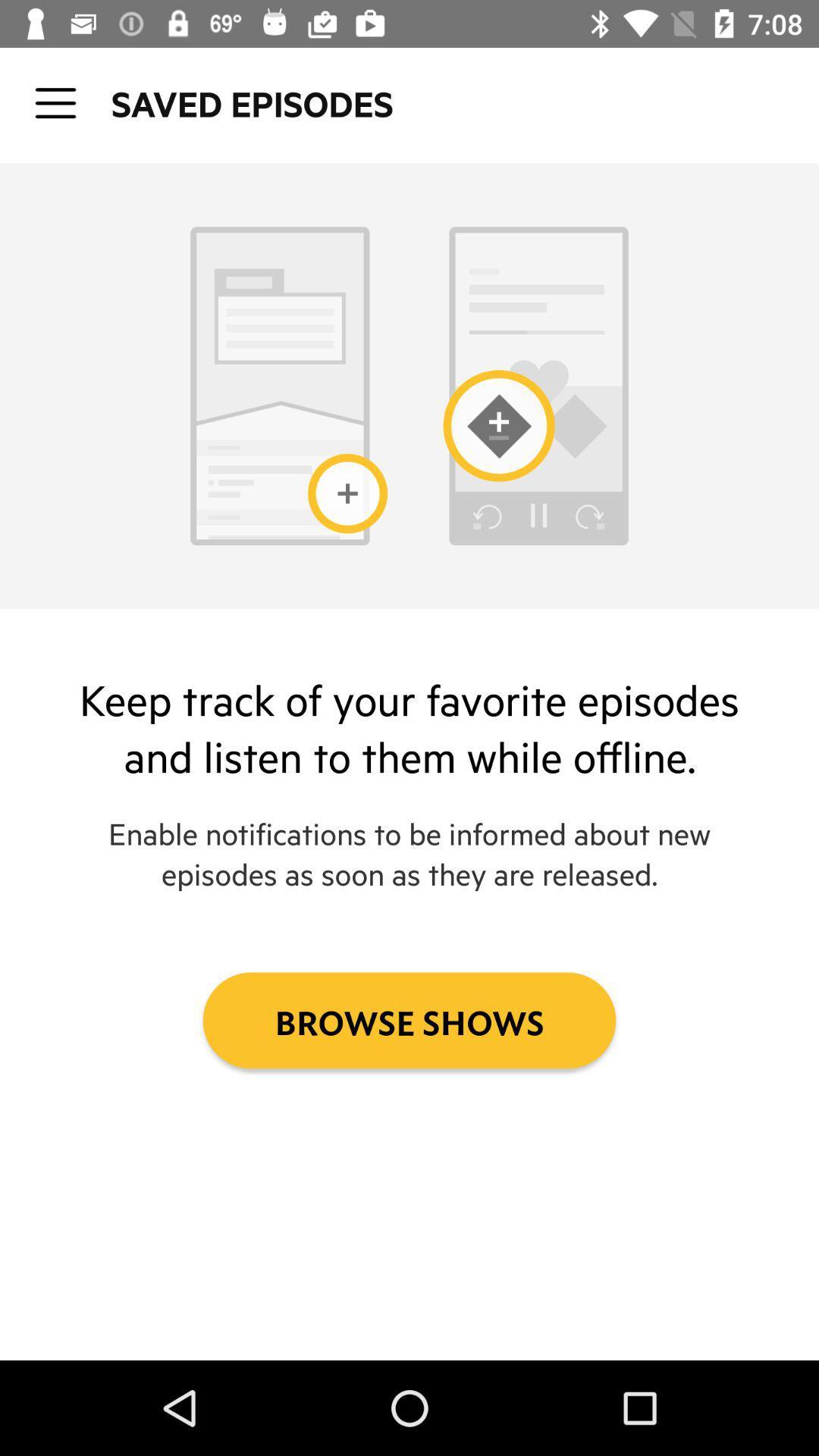 The image size is (819, 1456). Describe the element at coordinates (55, 102) in the screenshot. I see `the item above keep track of icon` at that location.